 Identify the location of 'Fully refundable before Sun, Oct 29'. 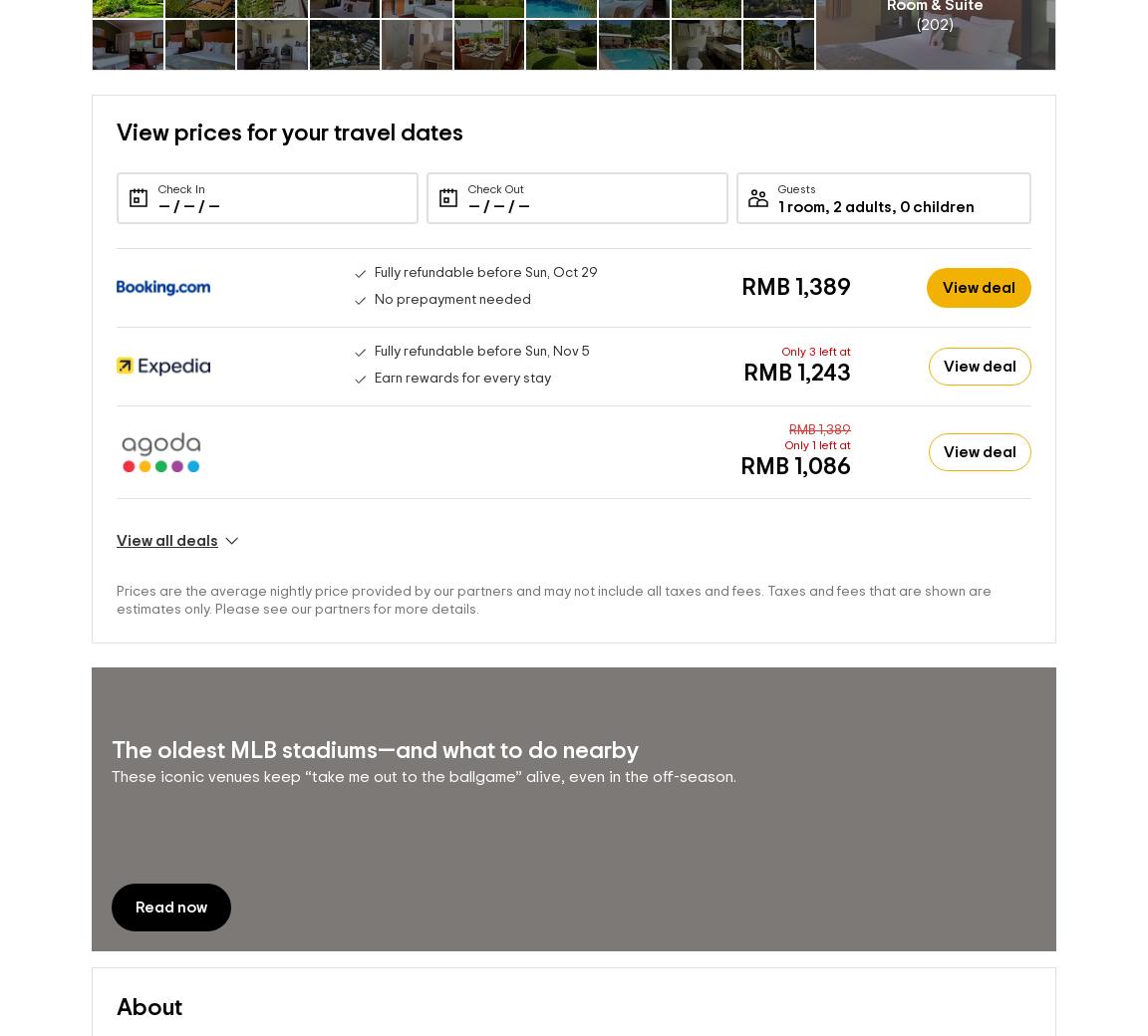
(484, 272).